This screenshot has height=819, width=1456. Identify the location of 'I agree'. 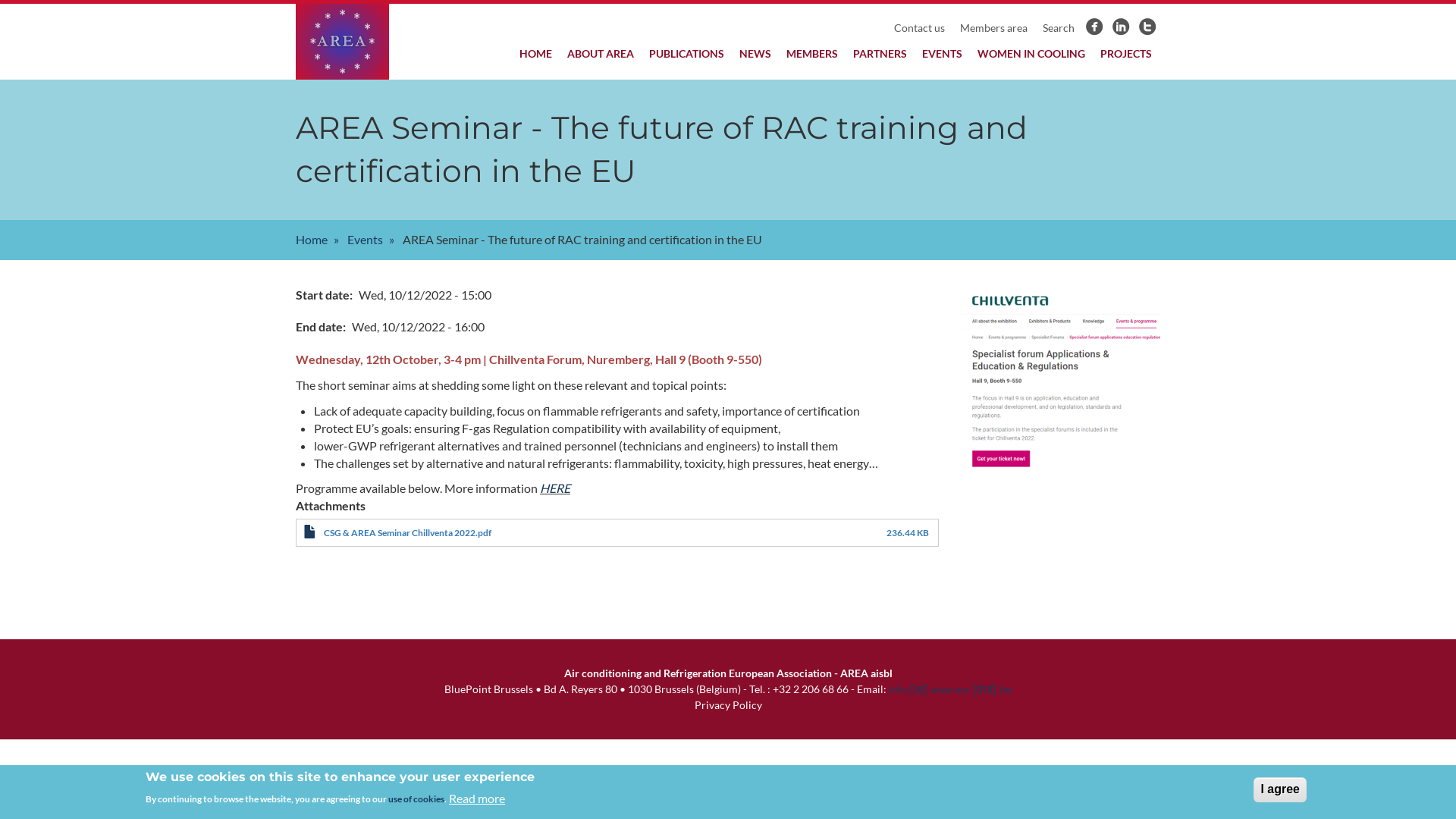
(1279, 789).